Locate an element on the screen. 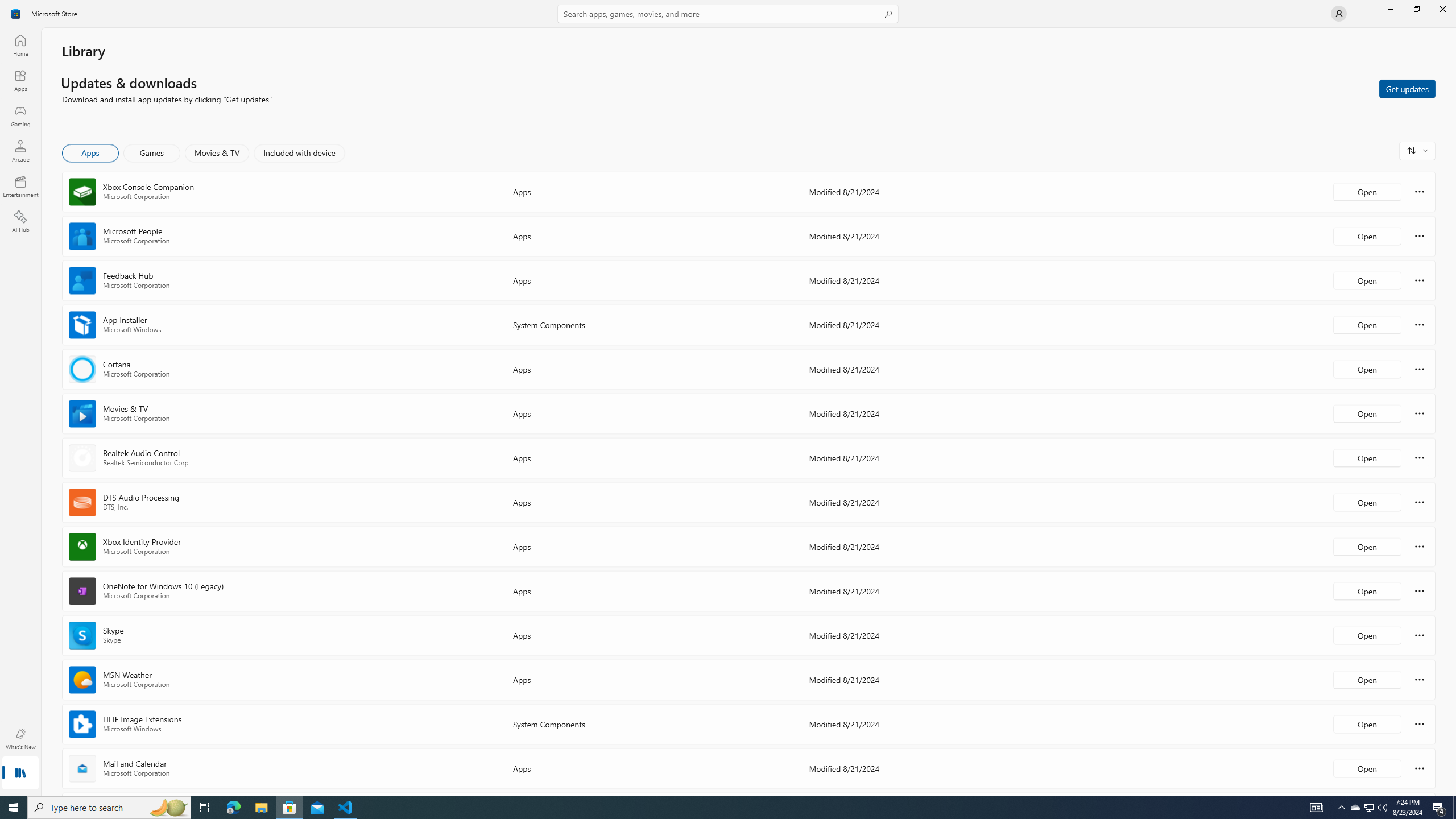 This screenshot has width=1456, height=819. 'Class: Image' is located at coordinates (16, 13).